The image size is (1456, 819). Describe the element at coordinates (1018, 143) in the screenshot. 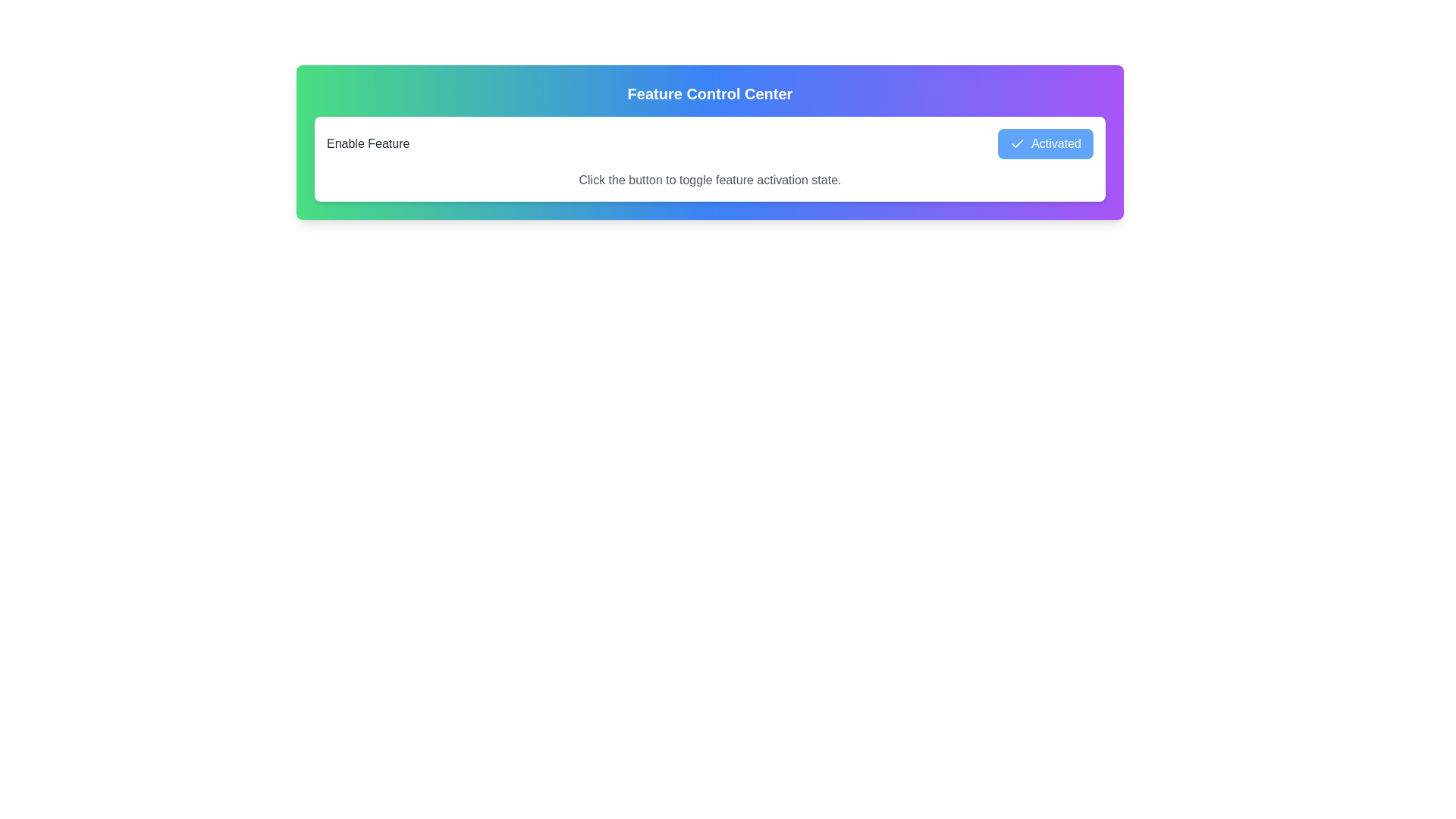

I see `the visual representation of the Icon indicating the active state of the 'Activated' button, located on the left side of the button in the top-right corner of the white card` at that location.